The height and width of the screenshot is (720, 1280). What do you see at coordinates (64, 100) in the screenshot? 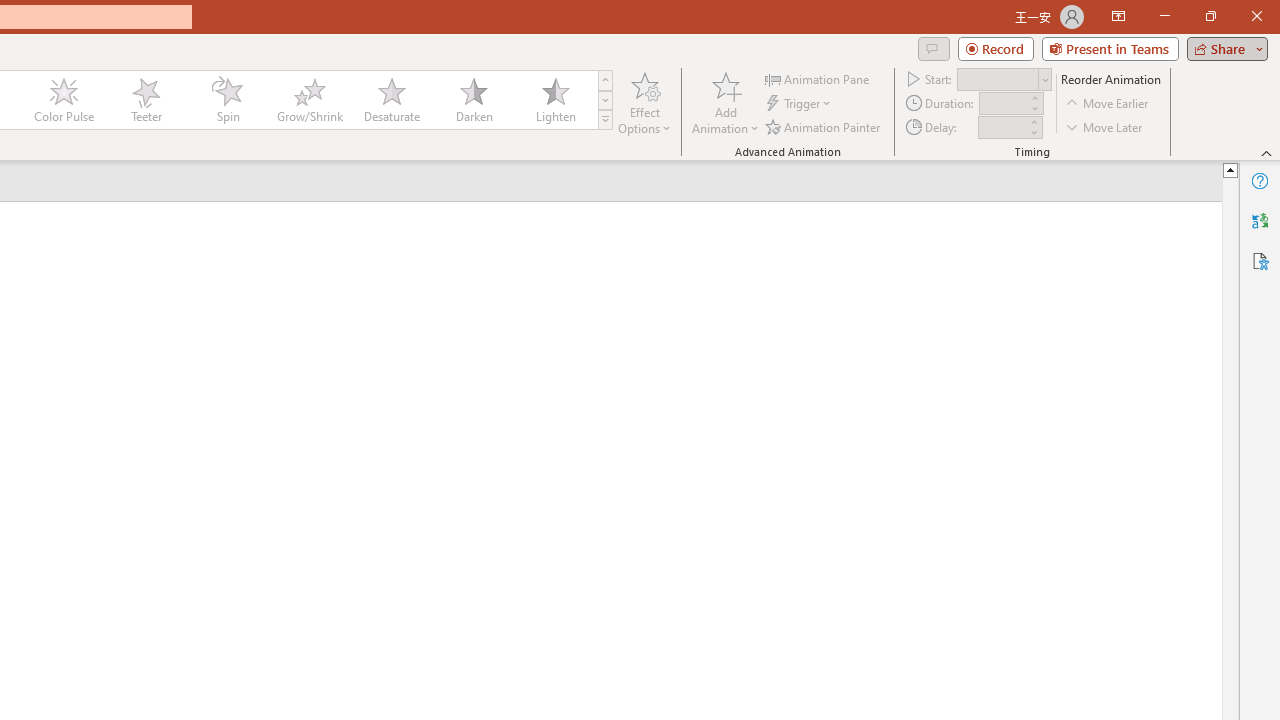
I see `'Color Pulse'` at bounding box center [64, 100].